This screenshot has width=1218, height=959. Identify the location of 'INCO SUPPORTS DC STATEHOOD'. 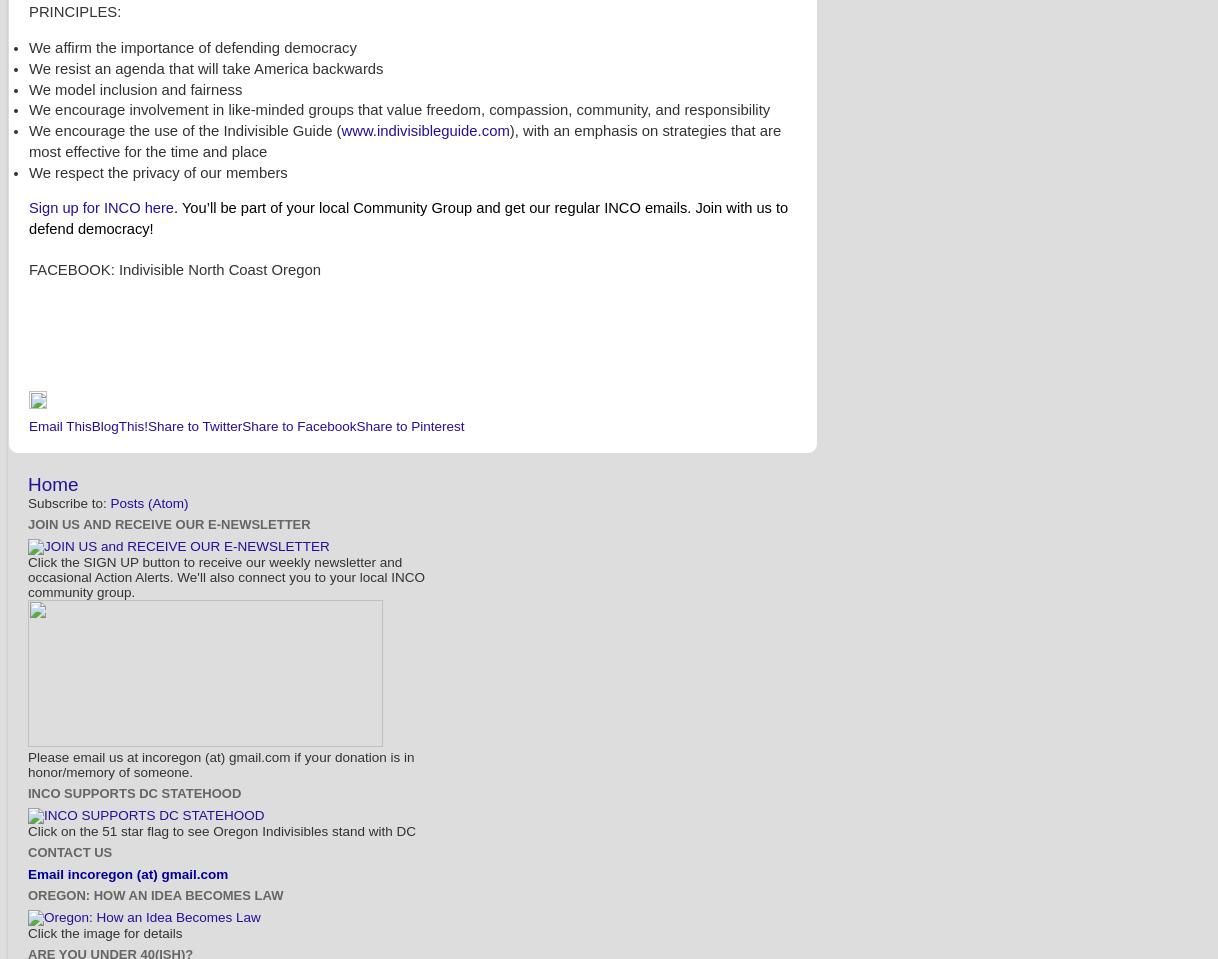
(133, 793).